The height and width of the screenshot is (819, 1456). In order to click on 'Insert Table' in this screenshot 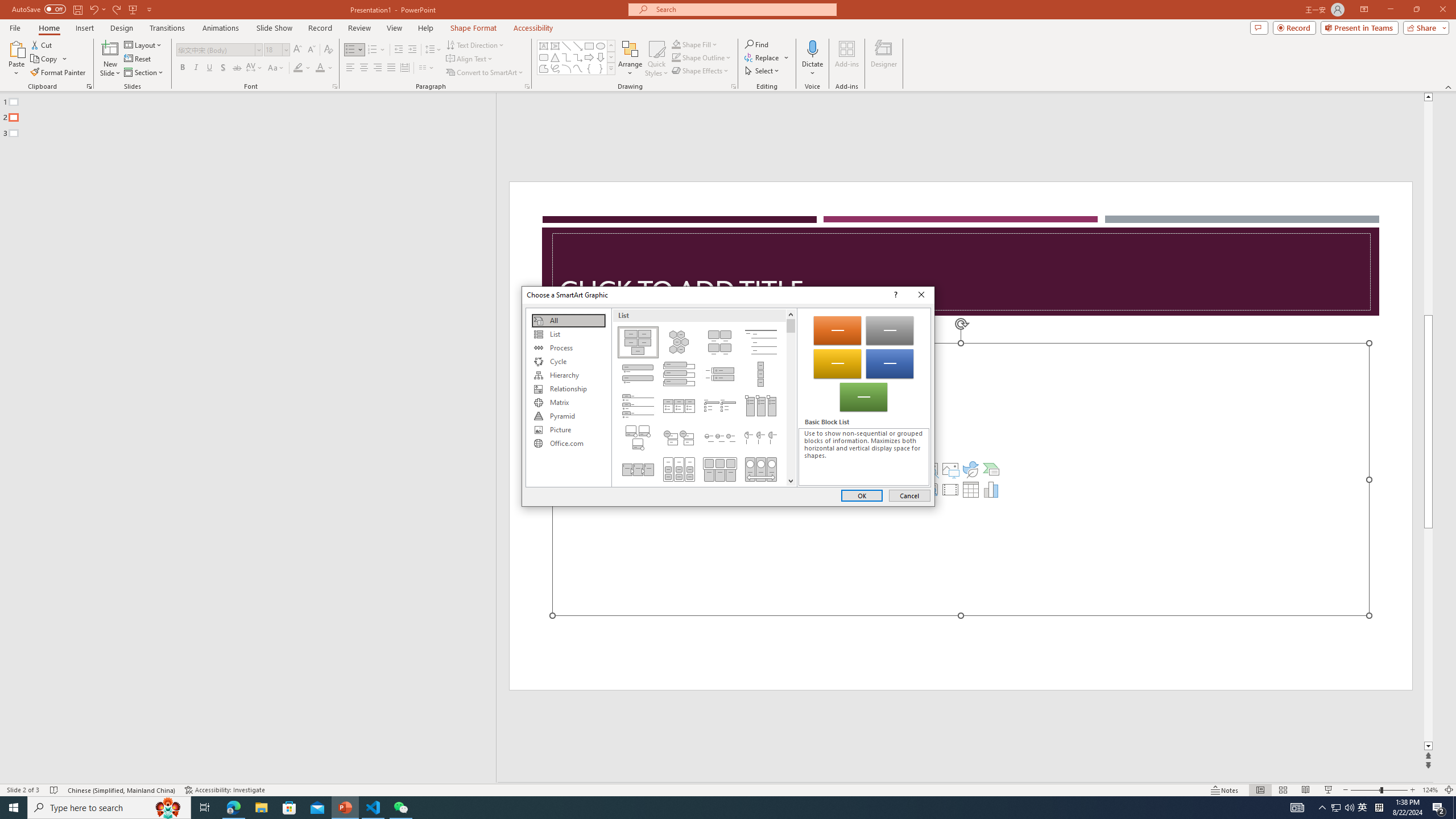, I will do `click(971, 490)`.